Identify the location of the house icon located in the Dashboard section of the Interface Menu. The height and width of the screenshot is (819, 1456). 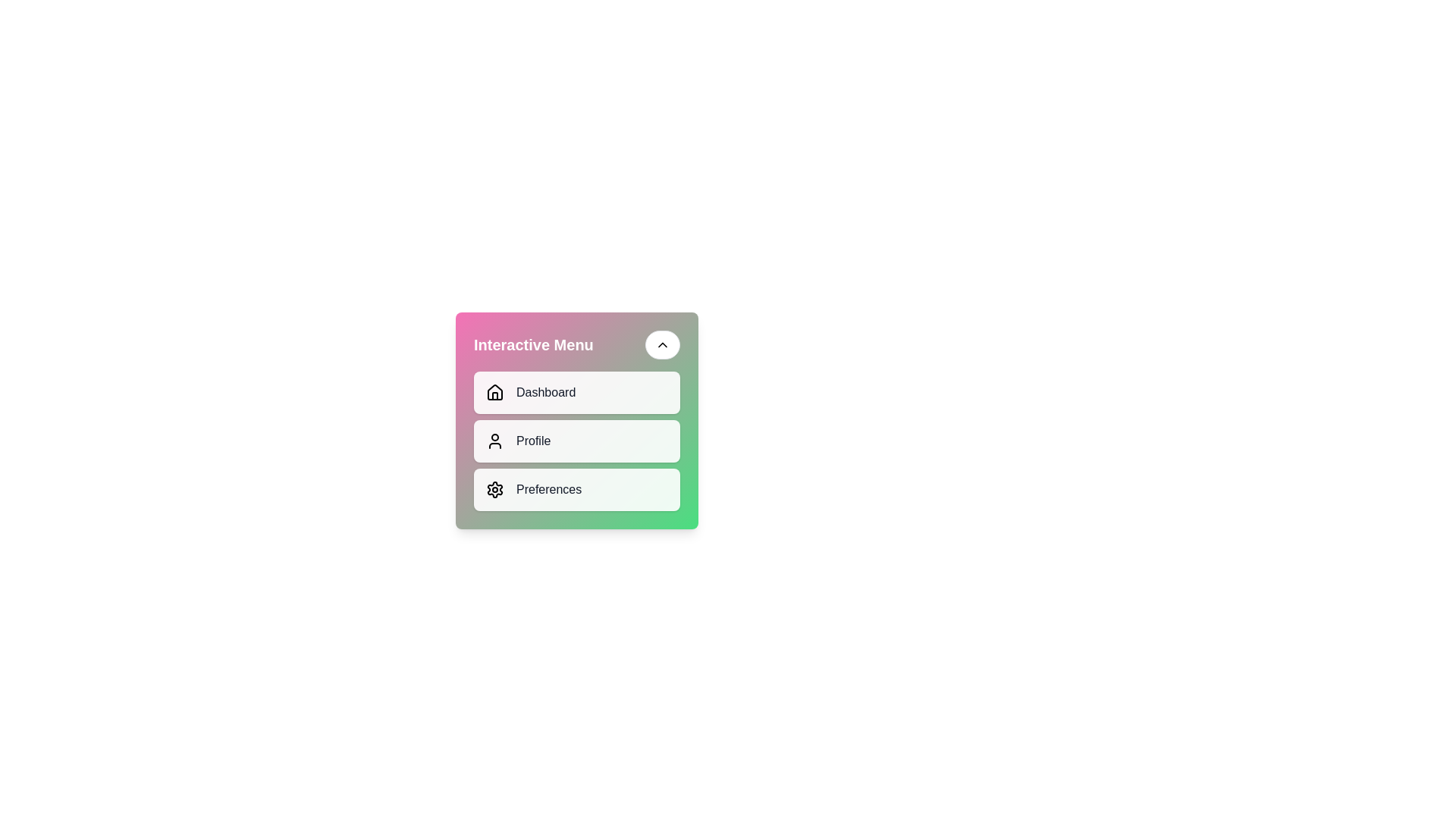
(494, 391).